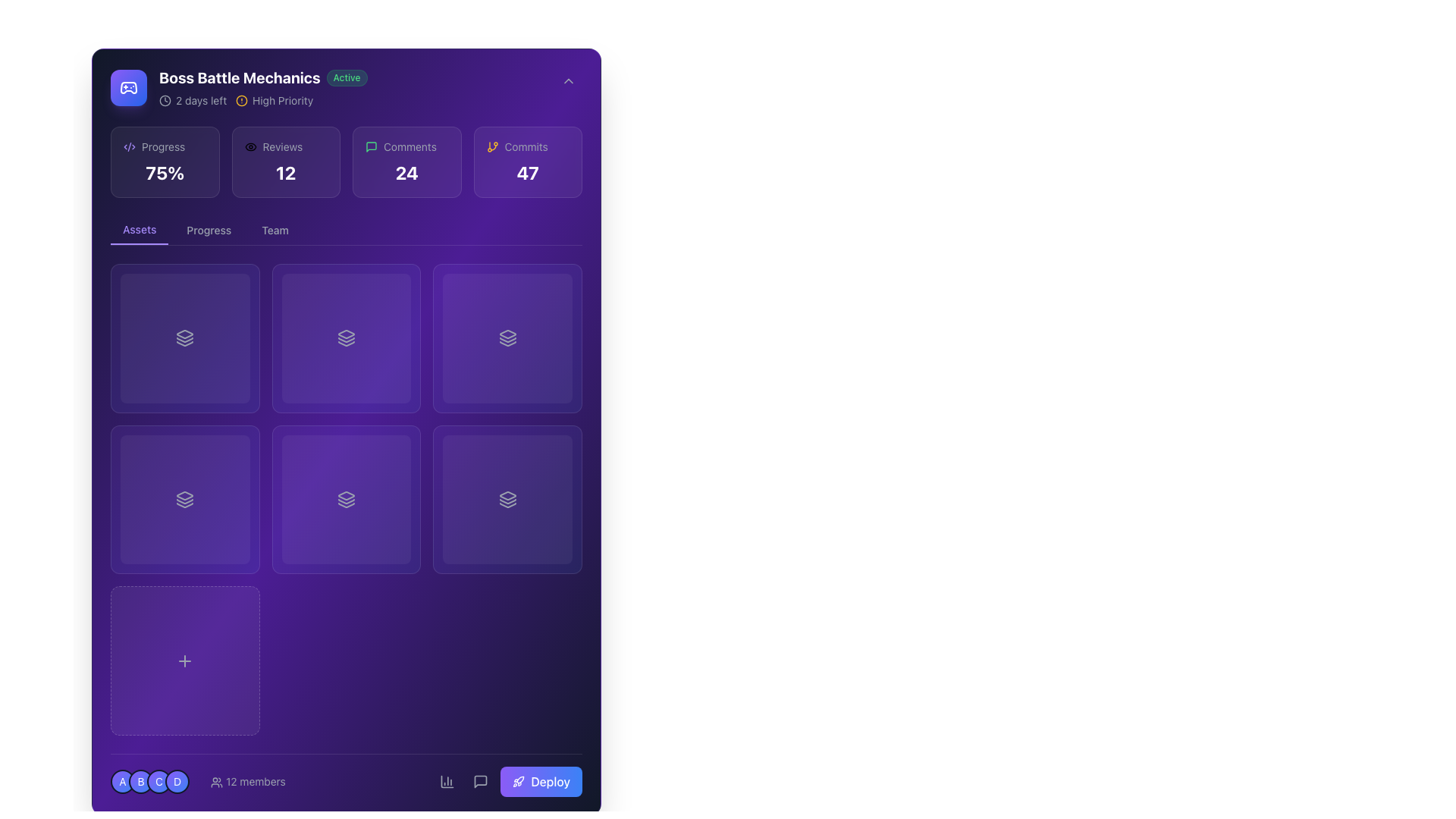 This screenshot has height=819, width=1456. I want to click on the small clock icon with a circular border and clock-hand design, located to the left of the '2 days left' text in the 'Boss Battle Mechanics' section, so click(165, 100).